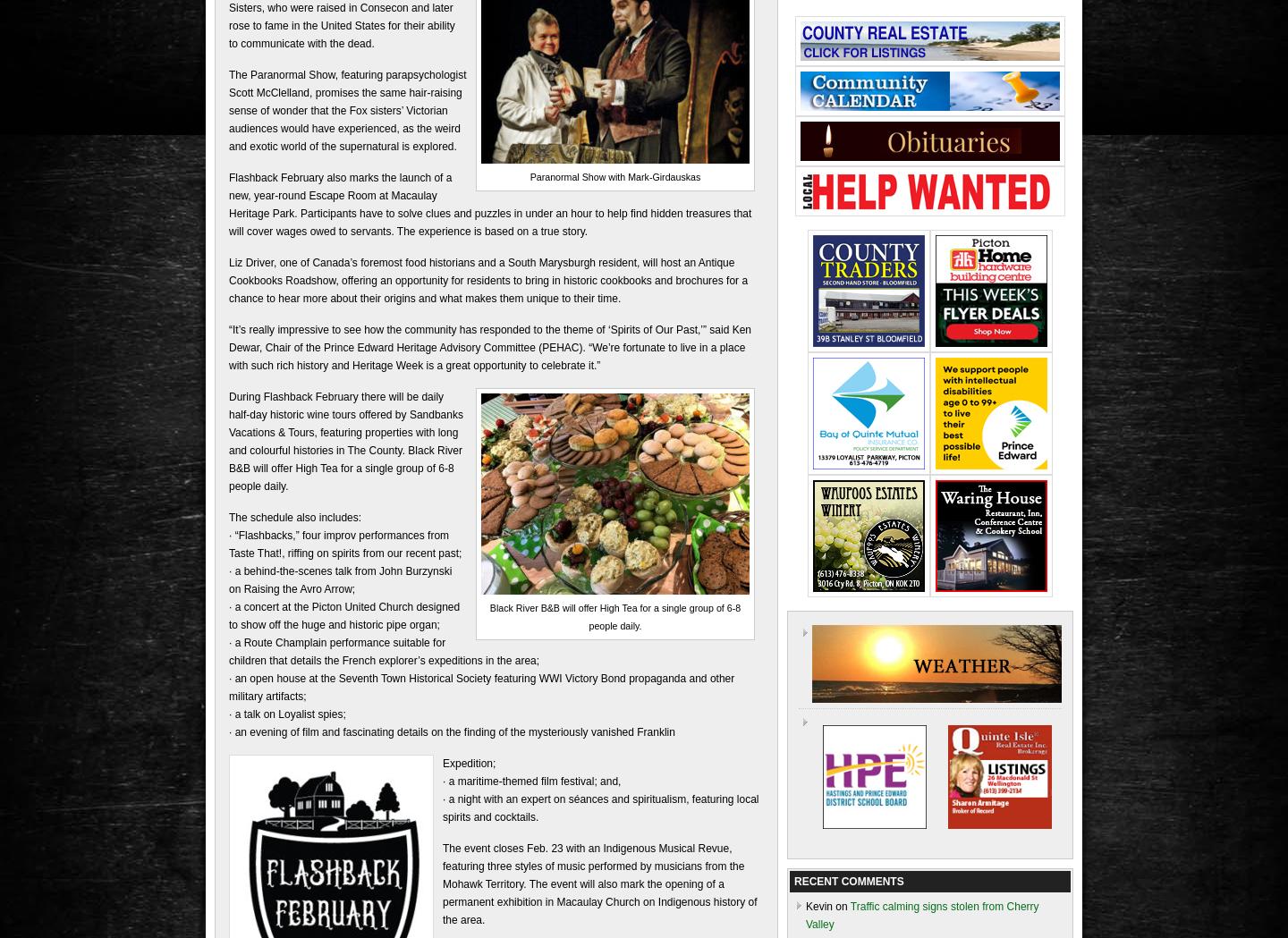 This screenshot has height=938, width=1288. I want to click on 'Flashback February also marks the launch of a new, year-round Escape Room at Macaulay Heritage Park. Participants have to solve clues and puzzles in under an hour to help find hidden treasures that will cover wages owed to servants. The experience is based on a true story.', so click(228, 203).